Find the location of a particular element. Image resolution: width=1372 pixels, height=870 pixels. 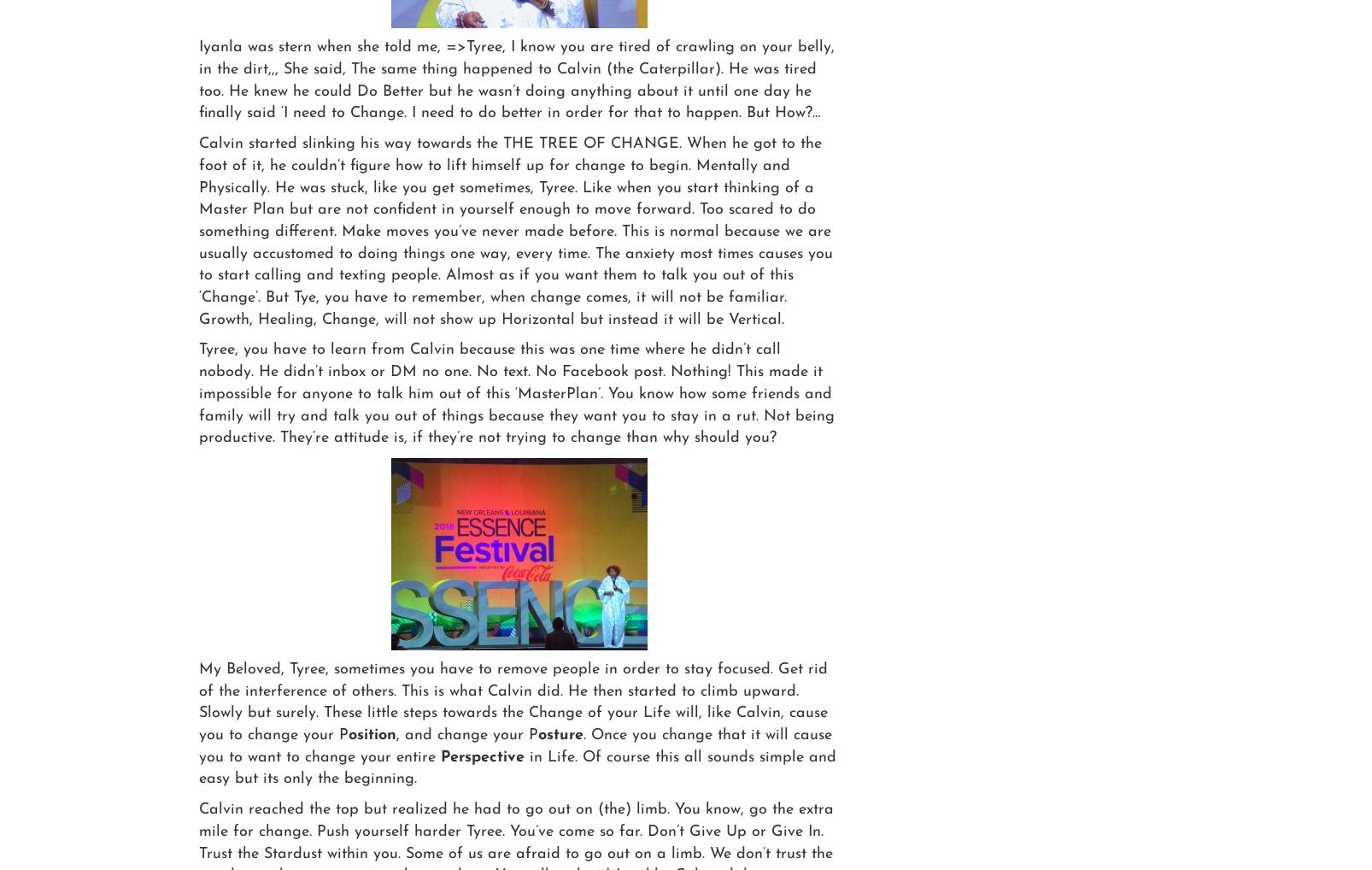

'Perspective' is located at coordinates (482, 756).